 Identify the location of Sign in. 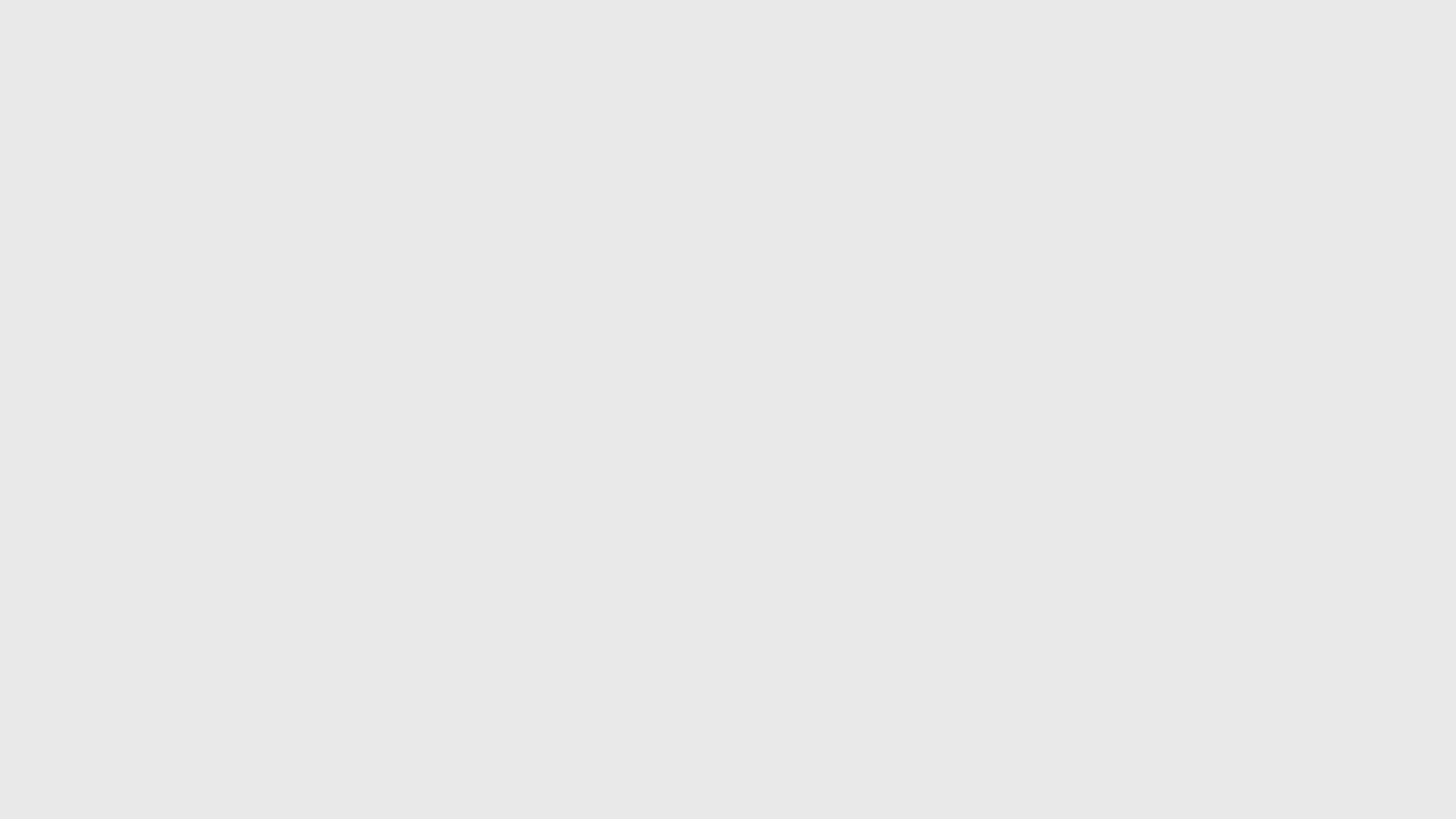
(862, 760).